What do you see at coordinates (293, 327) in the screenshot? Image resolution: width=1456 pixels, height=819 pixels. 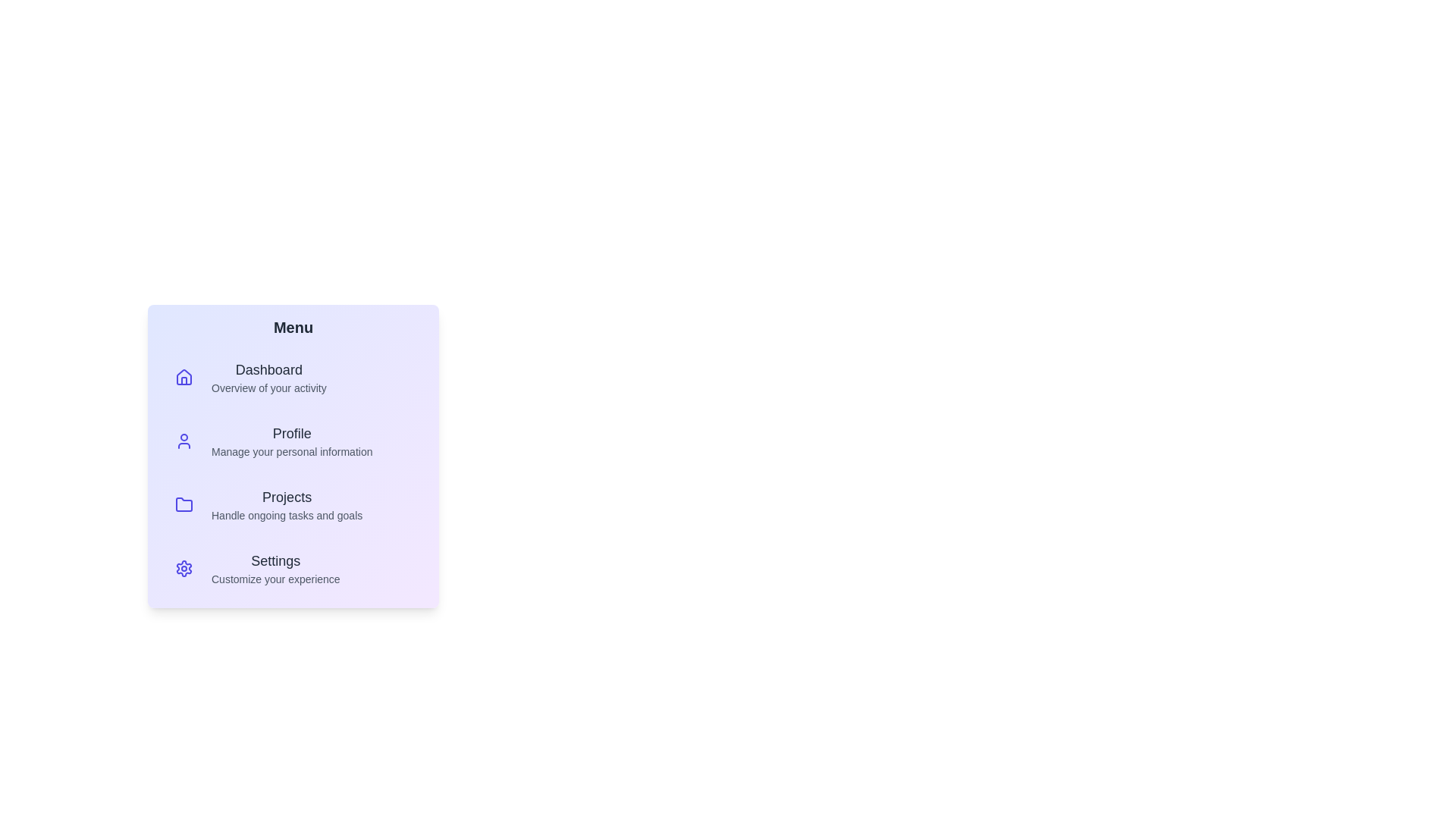 I see `the sidebar header text labeled 'Menu'` at bounding box center [293, 327].